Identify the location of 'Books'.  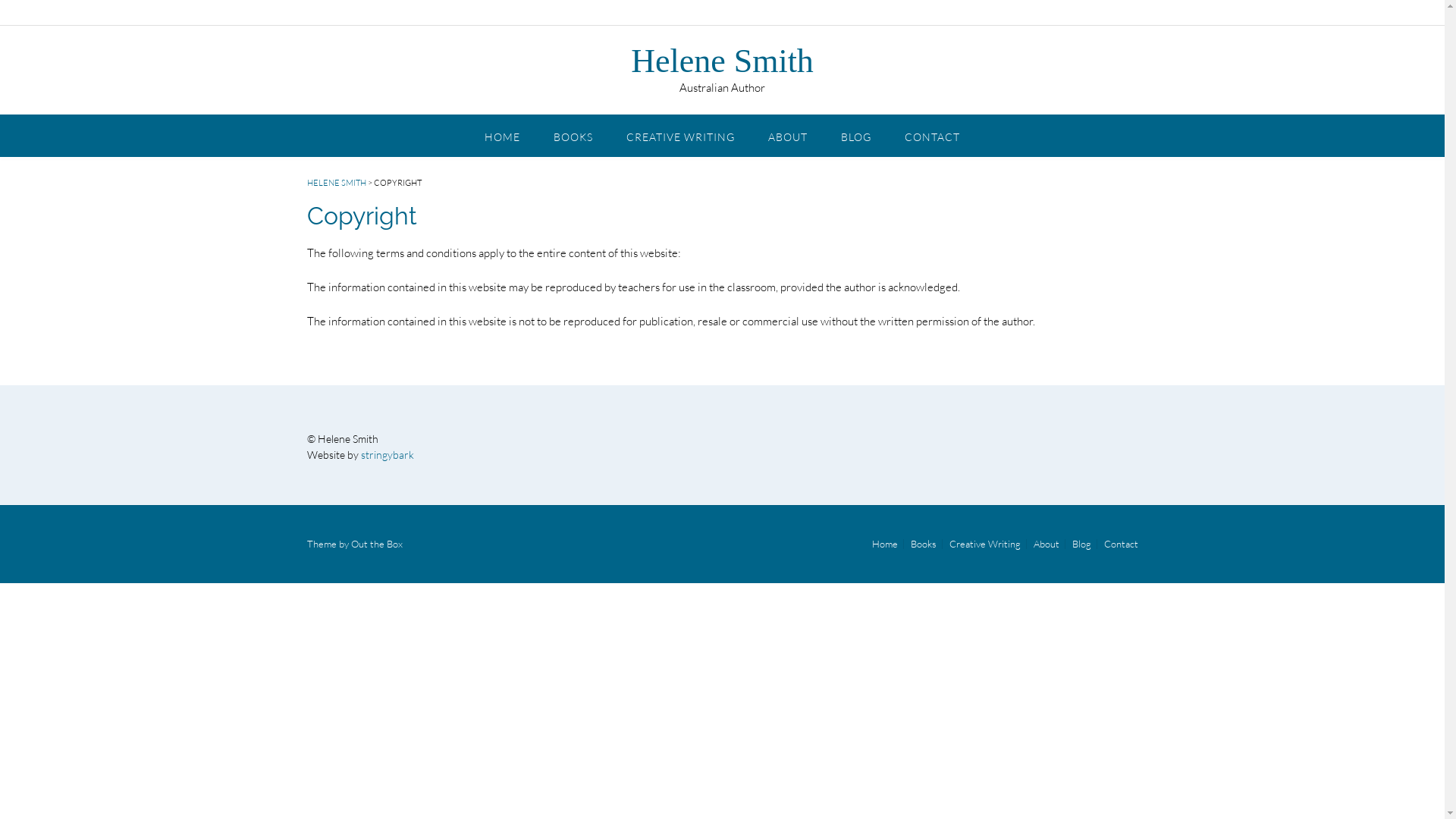
(905, 543).